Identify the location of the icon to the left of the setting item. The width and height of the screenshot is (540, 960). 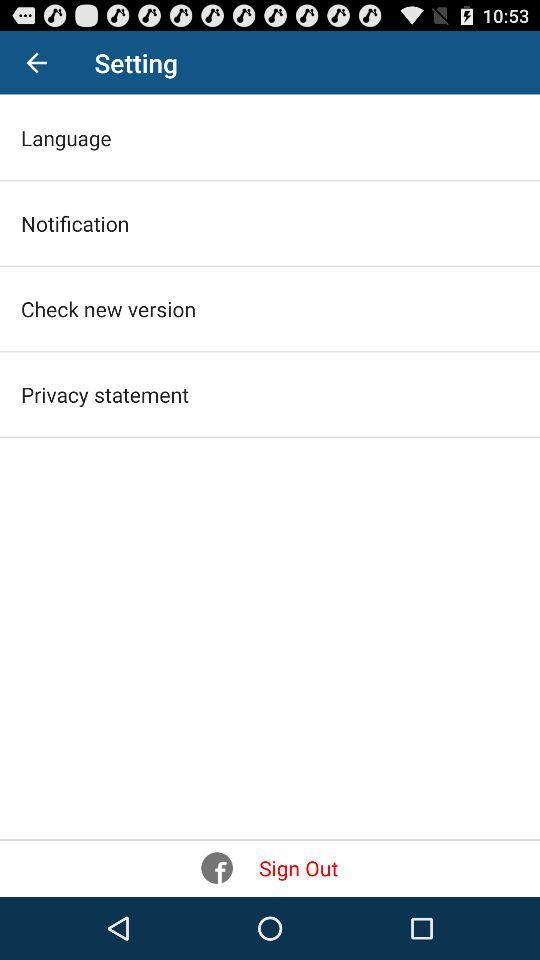
(36, 62).